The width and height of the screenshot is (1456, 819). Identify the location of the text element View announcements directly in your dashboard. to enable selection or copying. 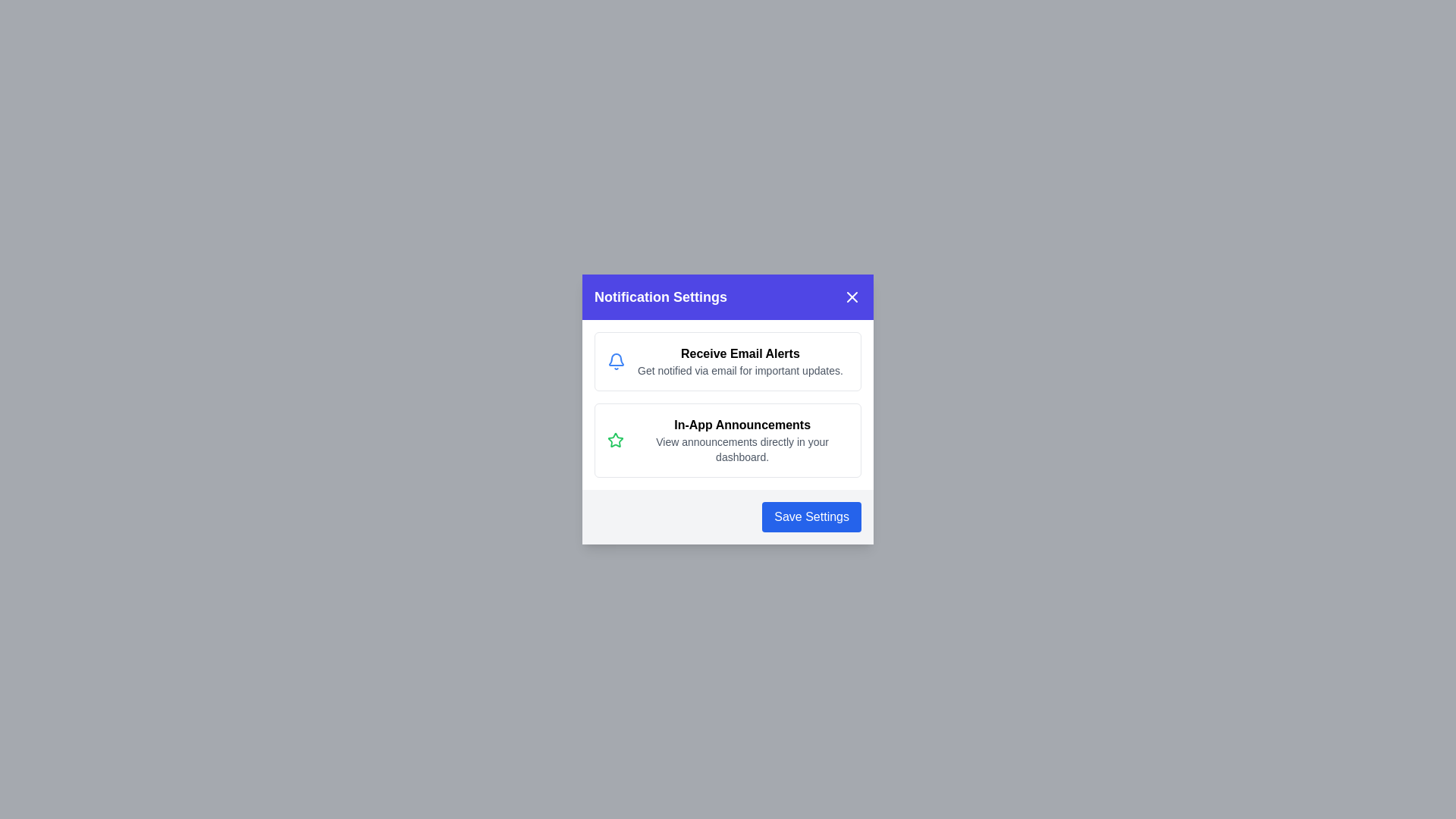
(742, 449).